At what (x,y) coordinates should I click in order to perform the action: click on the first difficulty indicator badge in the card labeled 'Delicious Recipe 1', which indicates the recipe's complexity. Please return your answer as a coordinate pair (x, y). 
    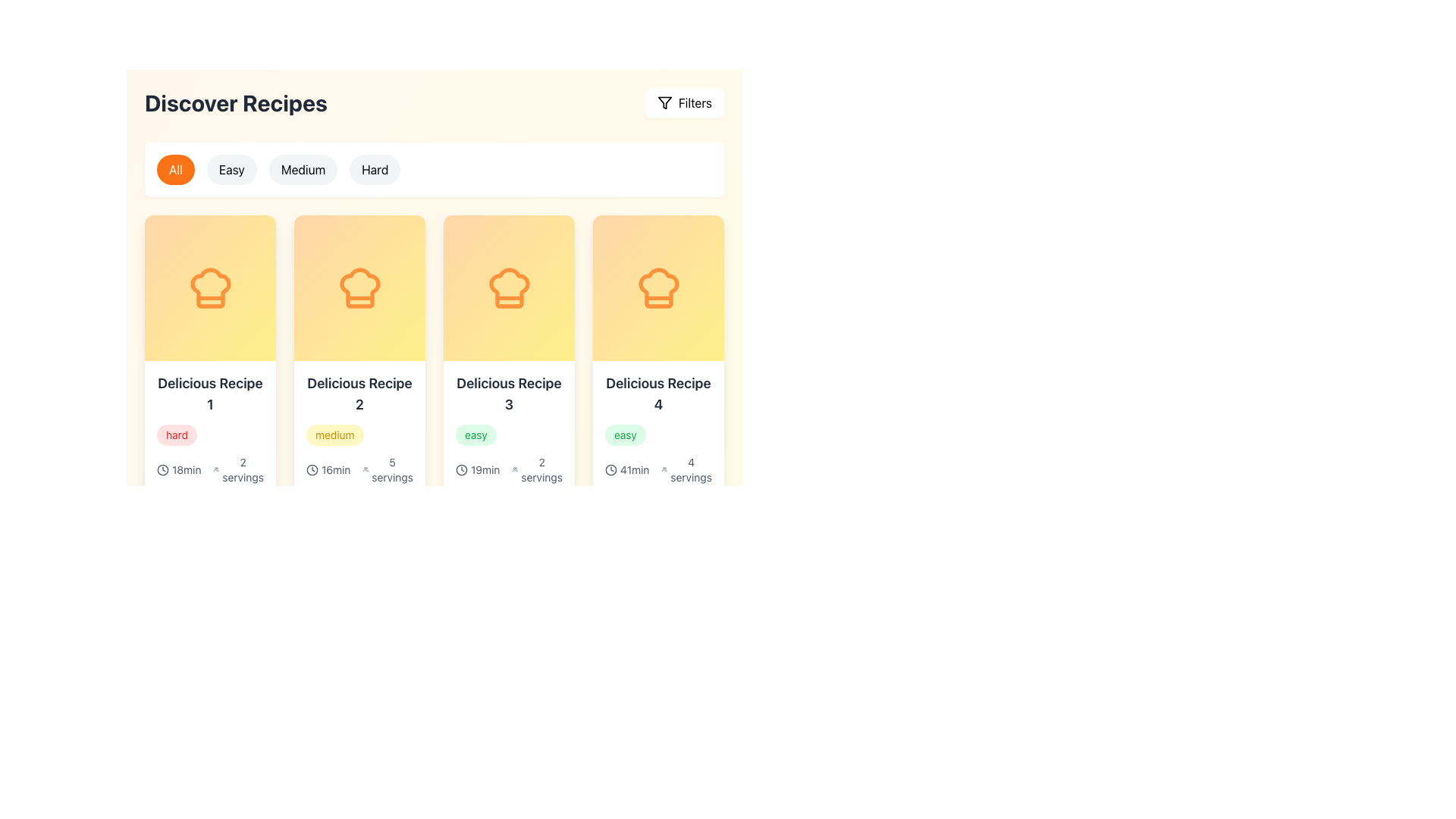
    Looking at the image, I should click on (209, 435).